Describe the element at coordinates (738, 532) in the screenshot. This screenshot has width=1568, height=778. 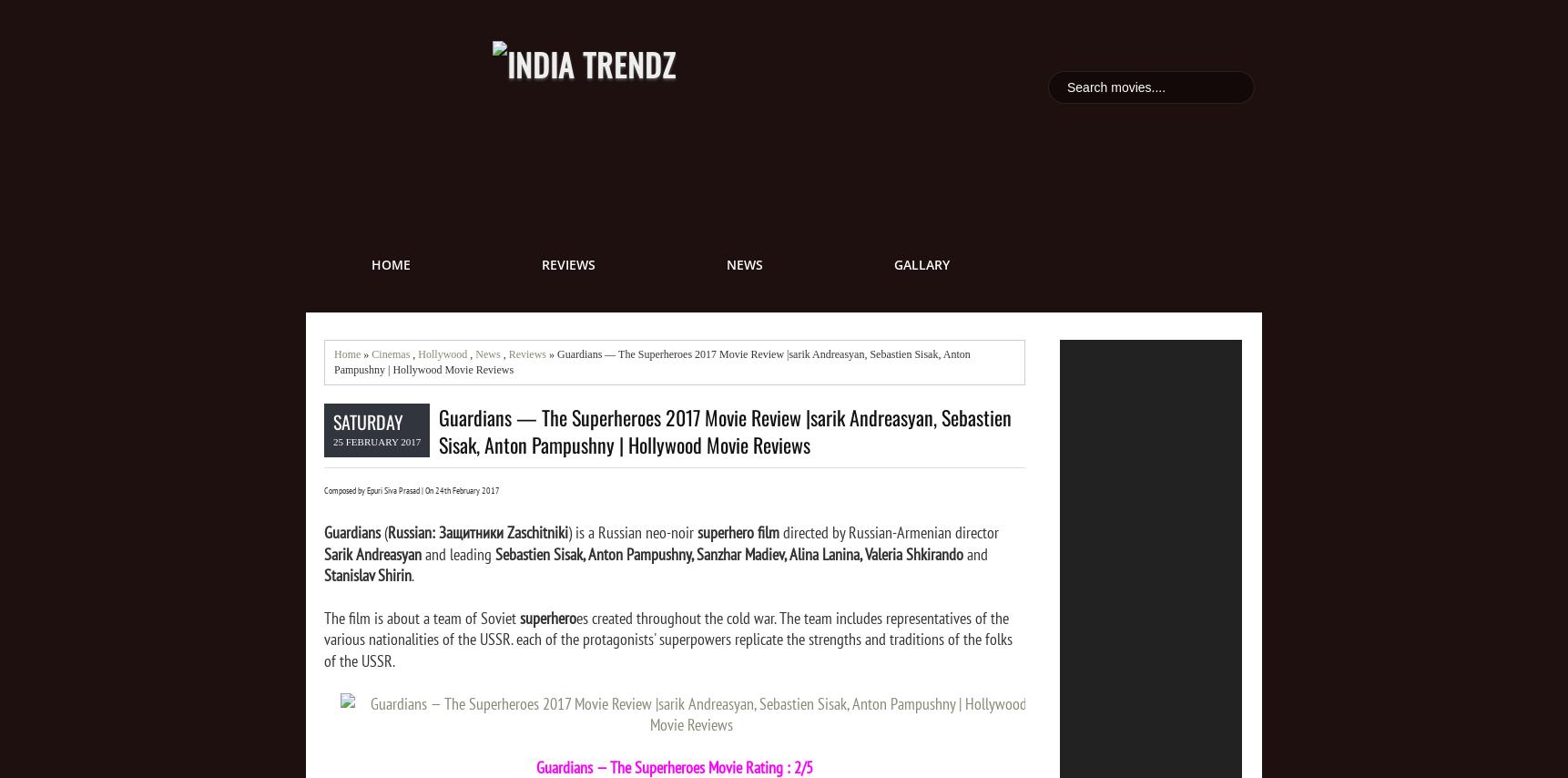
I see `'superhero film'` at that location.